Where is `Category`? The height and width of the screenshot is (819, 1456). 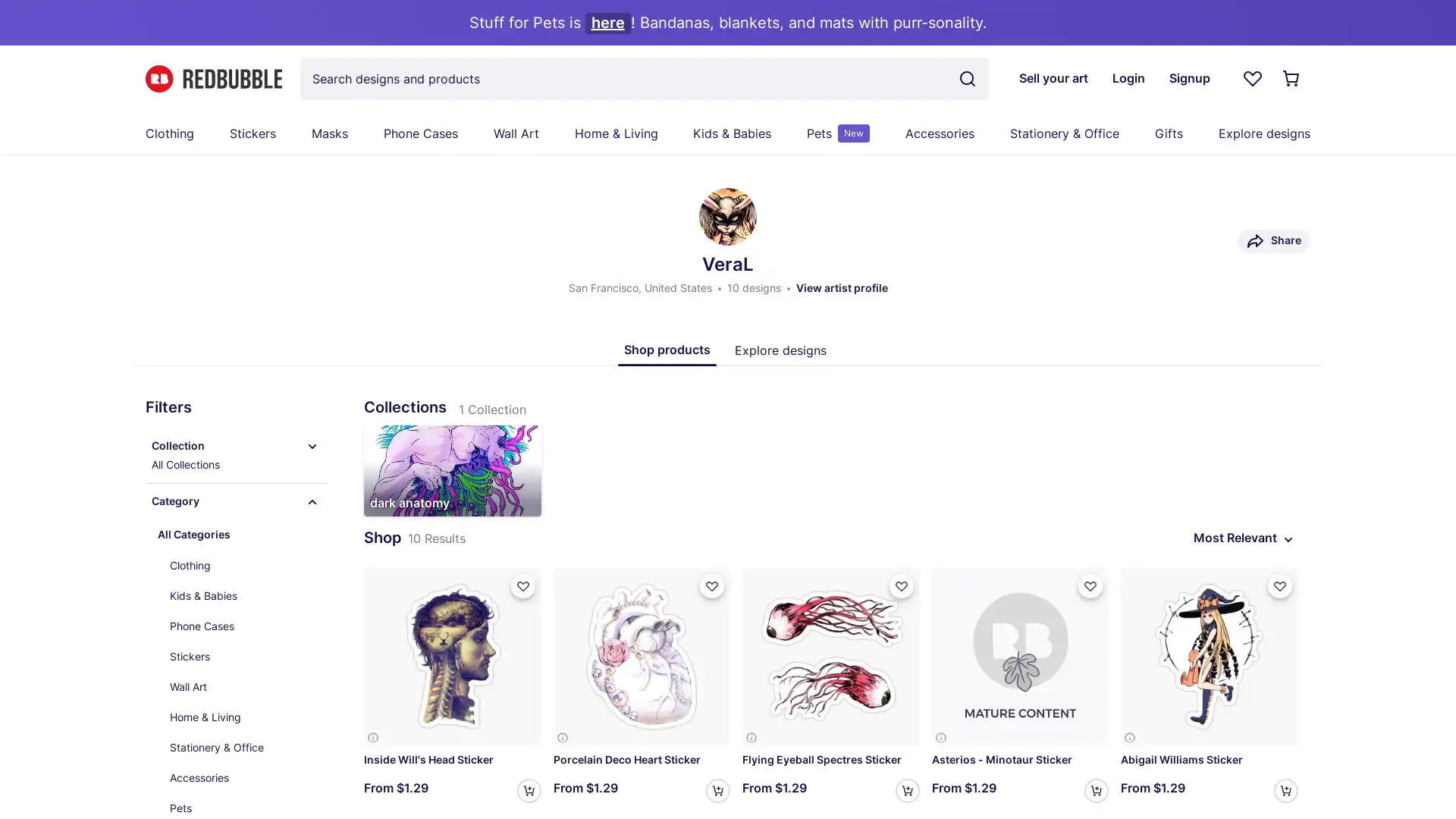 Category is located at coordinates (236, 502).